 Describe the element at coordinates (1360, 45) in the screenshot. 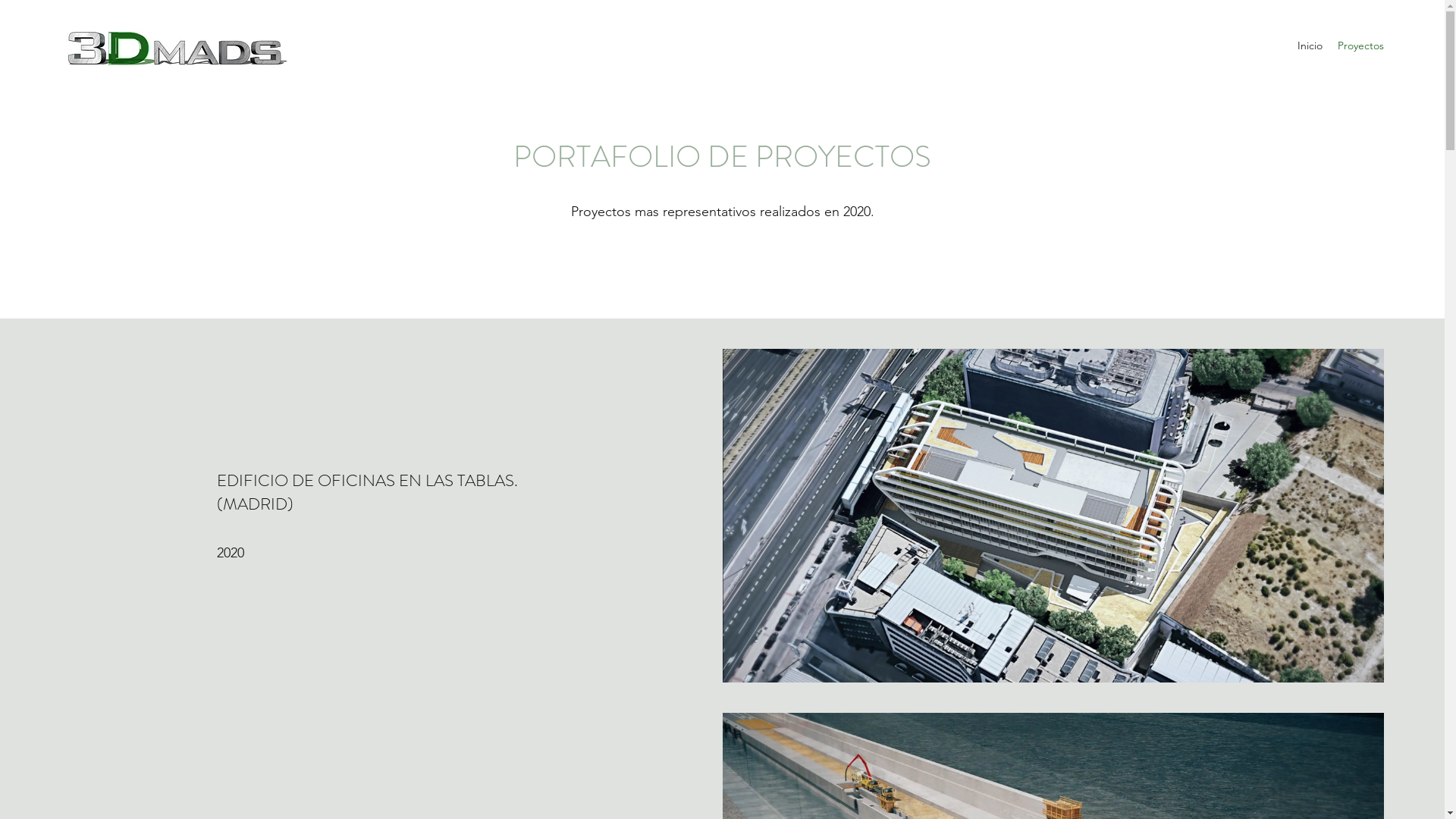

I see `'Proyectos'` at that location.